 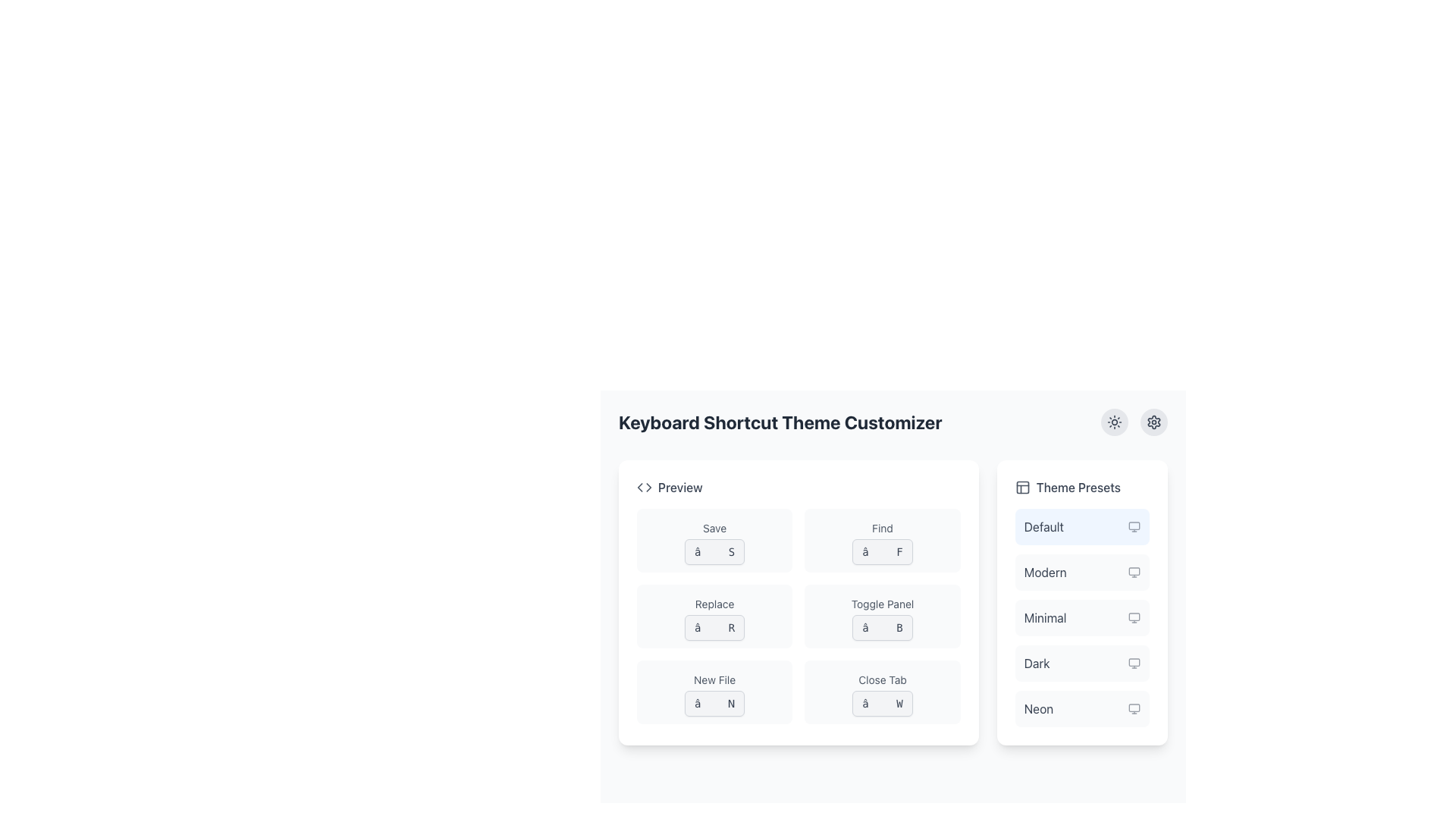 I want to click on the 'Minimal' theme selection option in the 'Theme Presets' section of the right-hand panel to apply the theme, so click(x=1081, y=617).